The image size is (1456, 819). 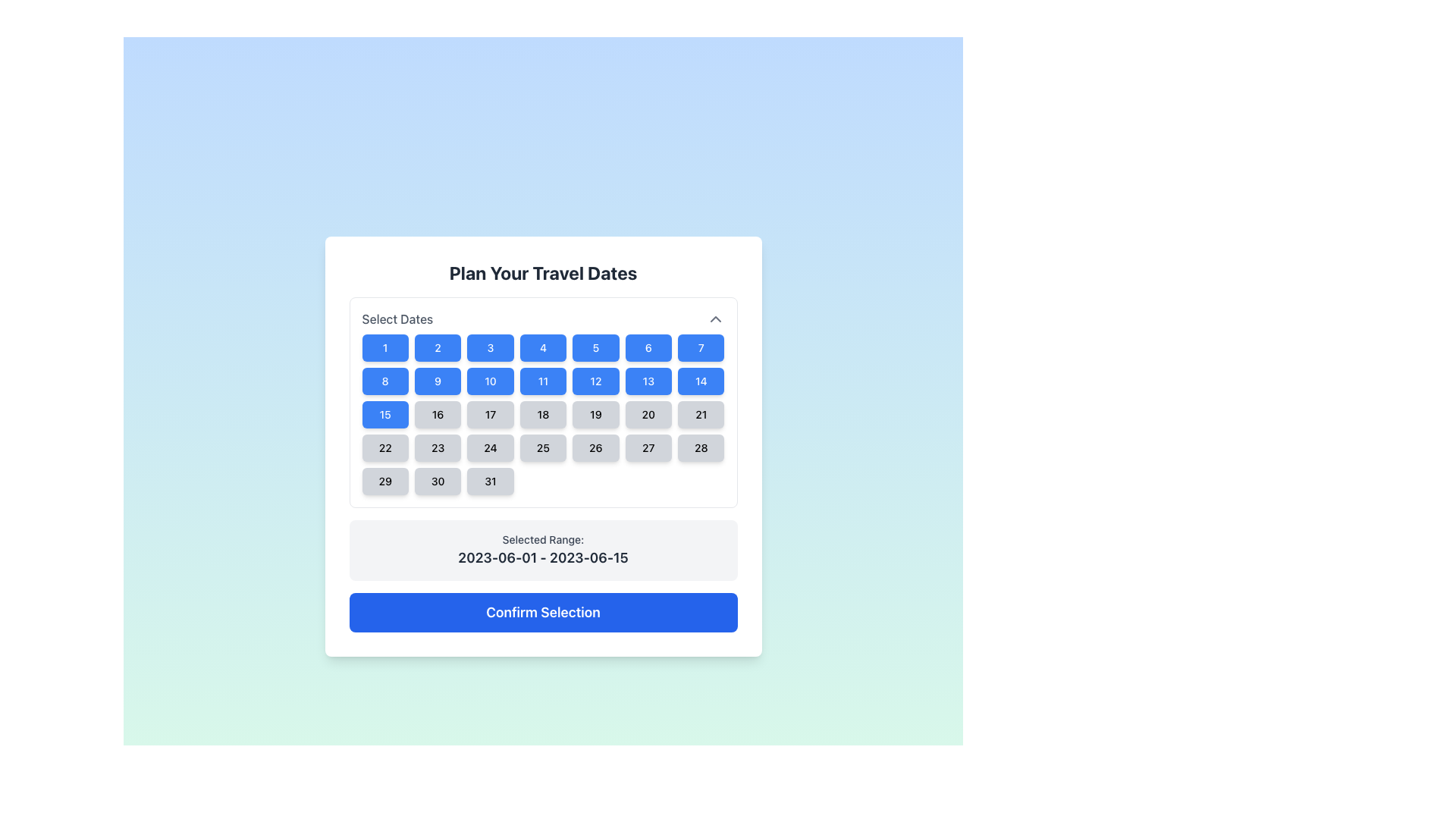 What do you see at coordinates (491, 447) in the screenshot?
I see `the button labeled '24' which is the fourth item in the fourth row of a 7-column grid` at bounding box center [491, 447].